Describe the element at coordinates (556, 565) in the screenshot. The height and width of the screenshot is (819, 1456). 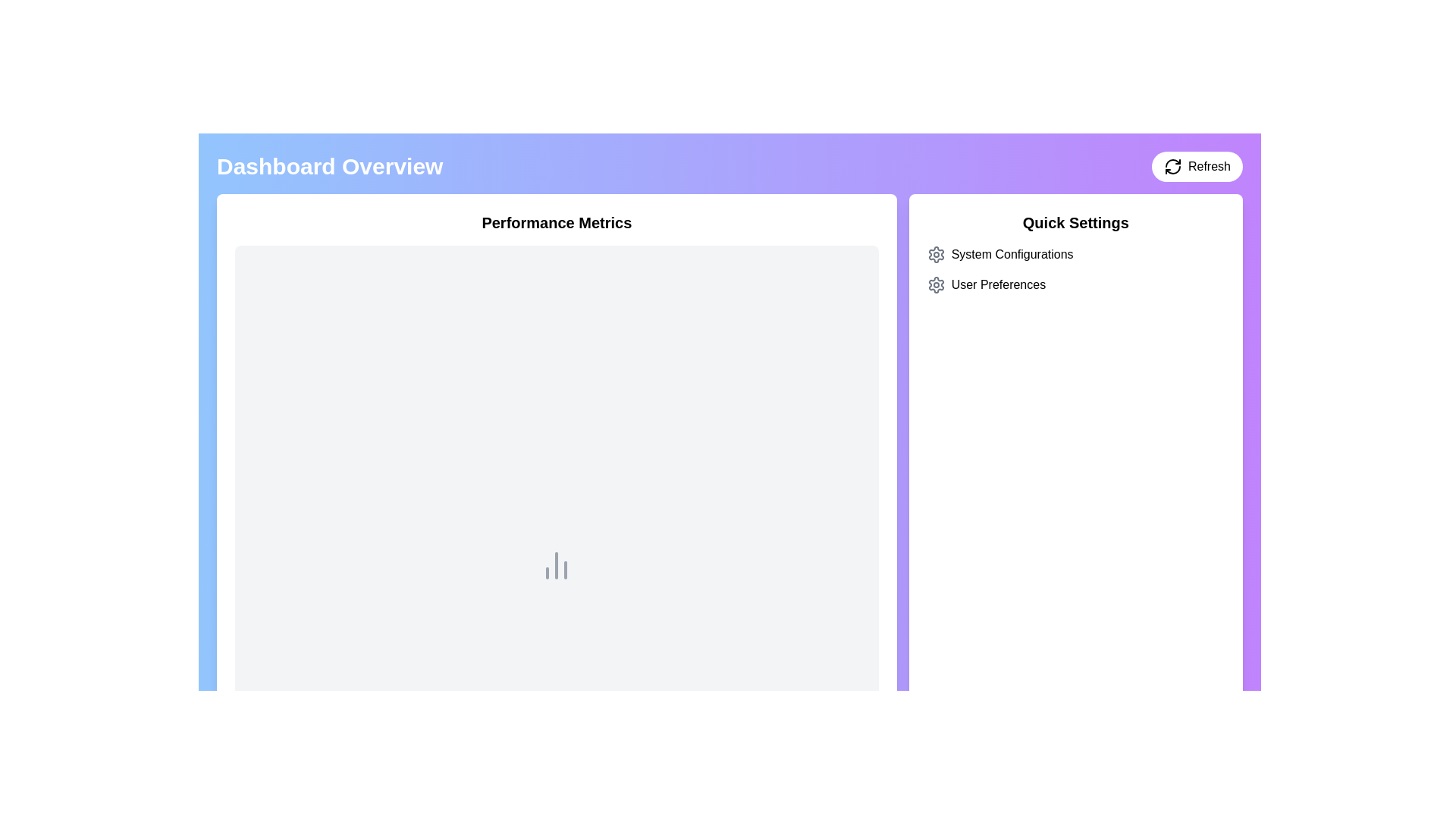
I see `the small bar chart icon located in the 'Performance Metrics' section of the interface` at that location.